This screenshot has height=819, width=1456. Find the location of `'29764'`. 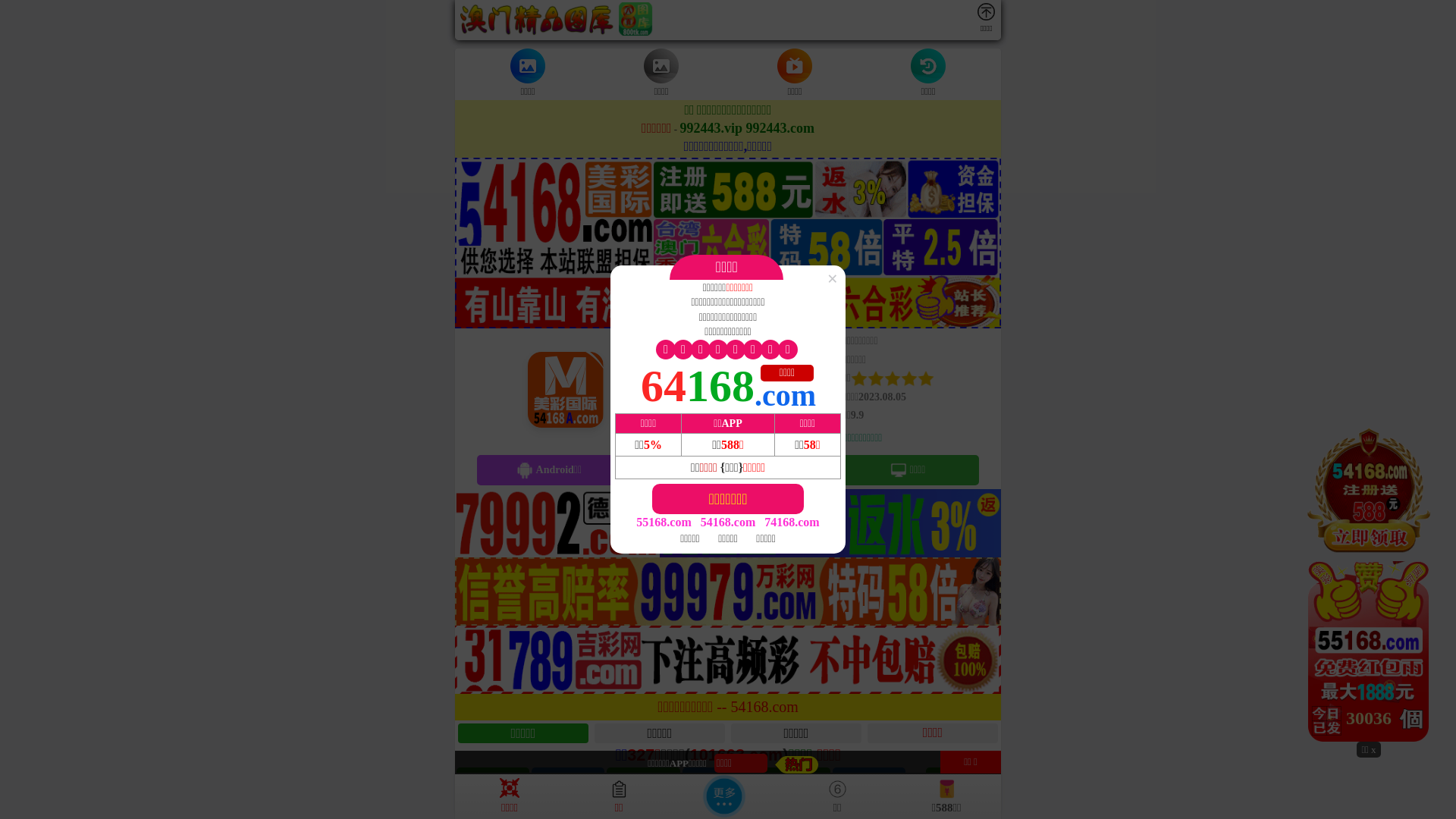

'29764' is located at coordinates (1368, 582).